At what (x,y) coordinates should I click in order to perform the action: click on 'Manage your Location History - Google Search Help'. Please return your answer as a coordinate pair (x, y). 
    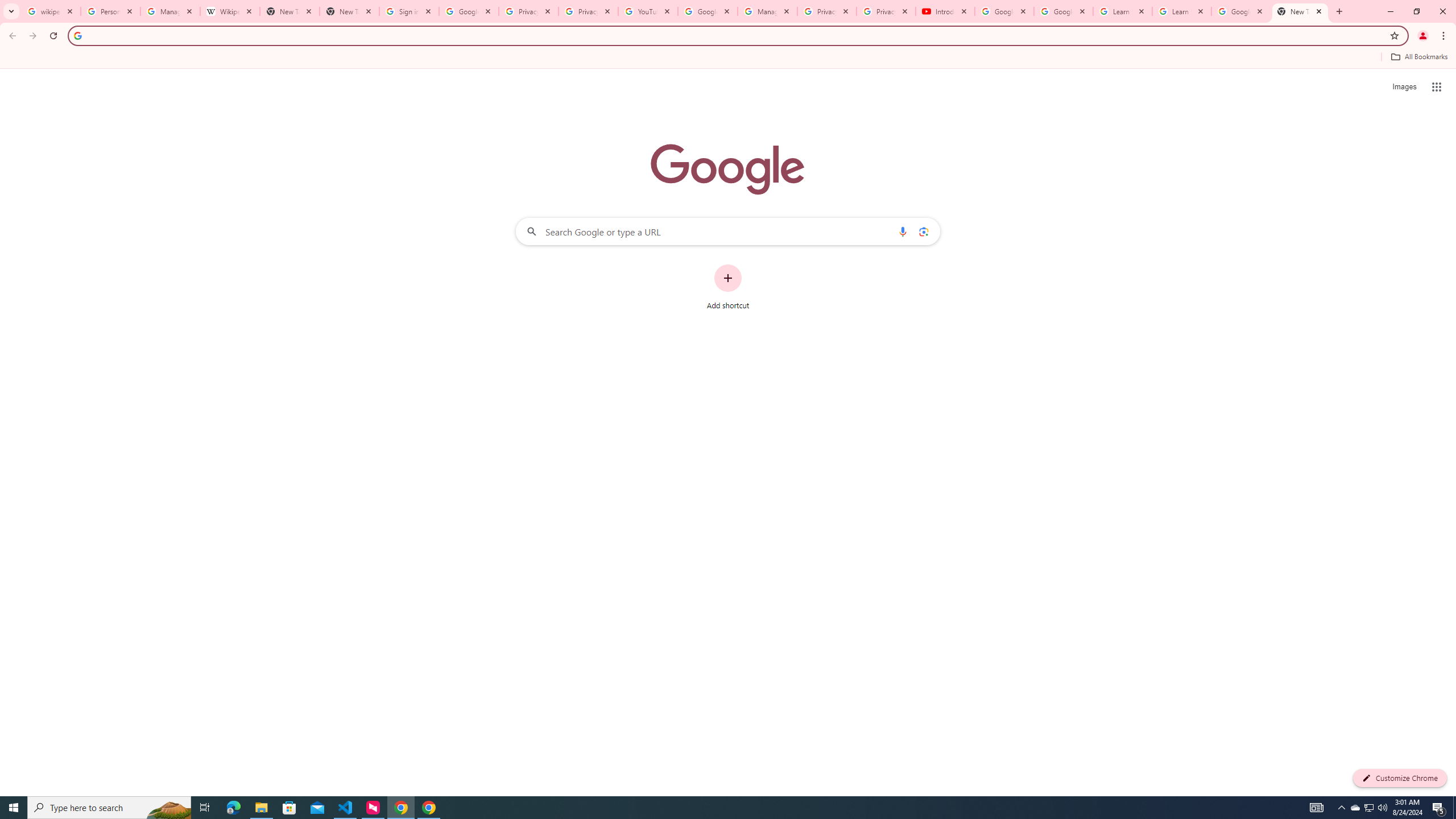
    Looking at the image, I should click on (169, 11).